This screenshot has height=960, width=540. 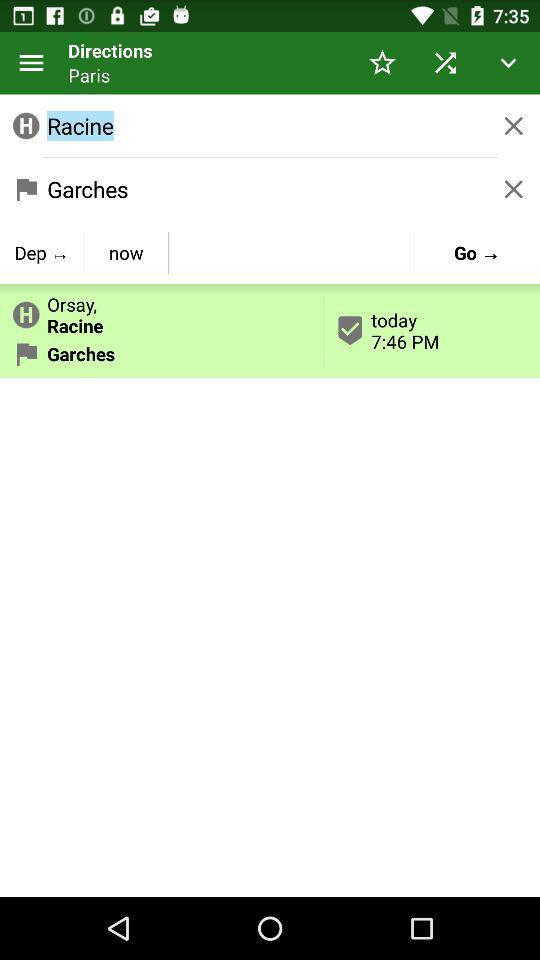 I want to click on icon next to now button, so click(x=42, y=251).